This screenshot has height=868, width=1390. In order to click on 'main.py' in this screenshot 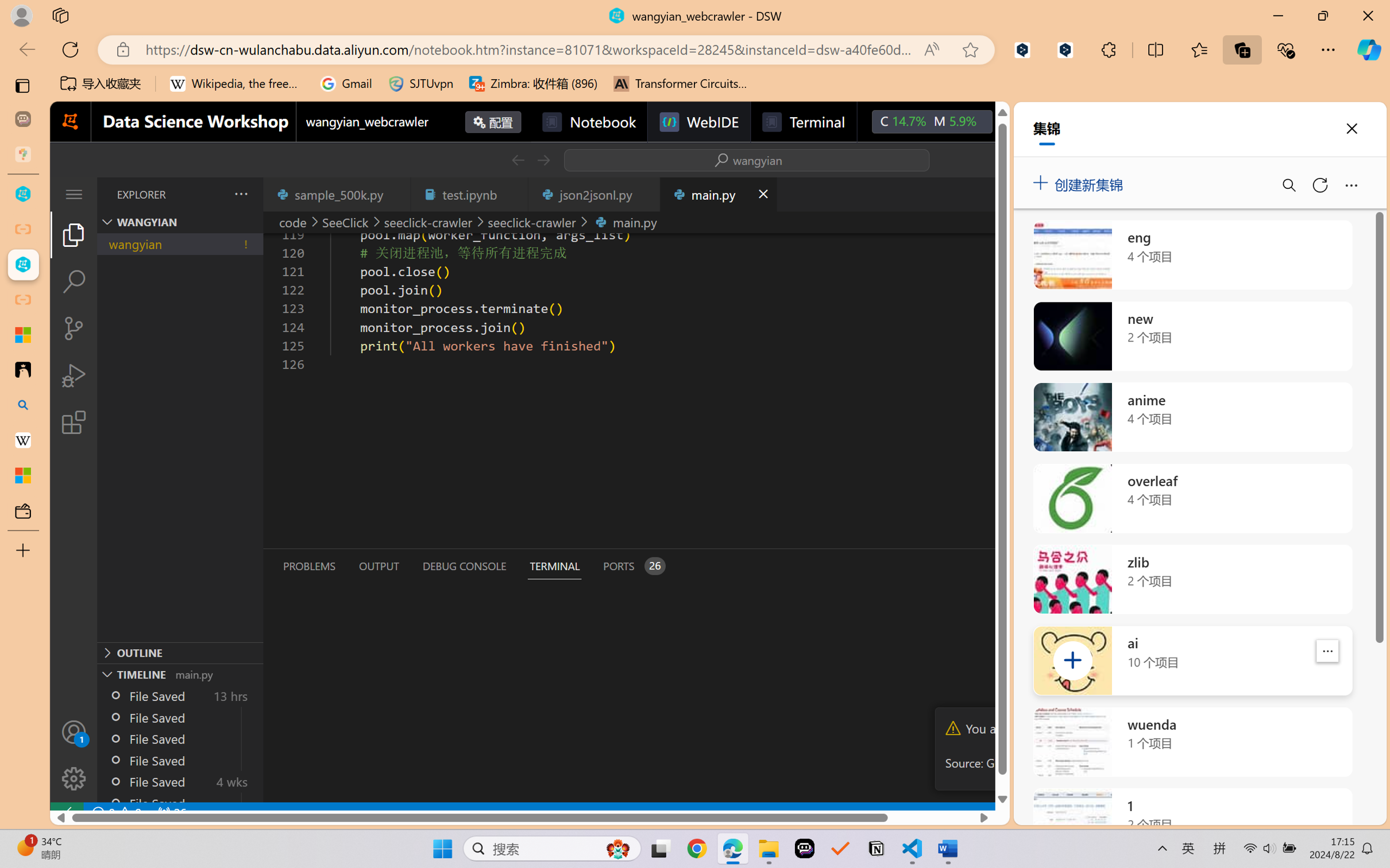, I will do `click(717, 193)`.